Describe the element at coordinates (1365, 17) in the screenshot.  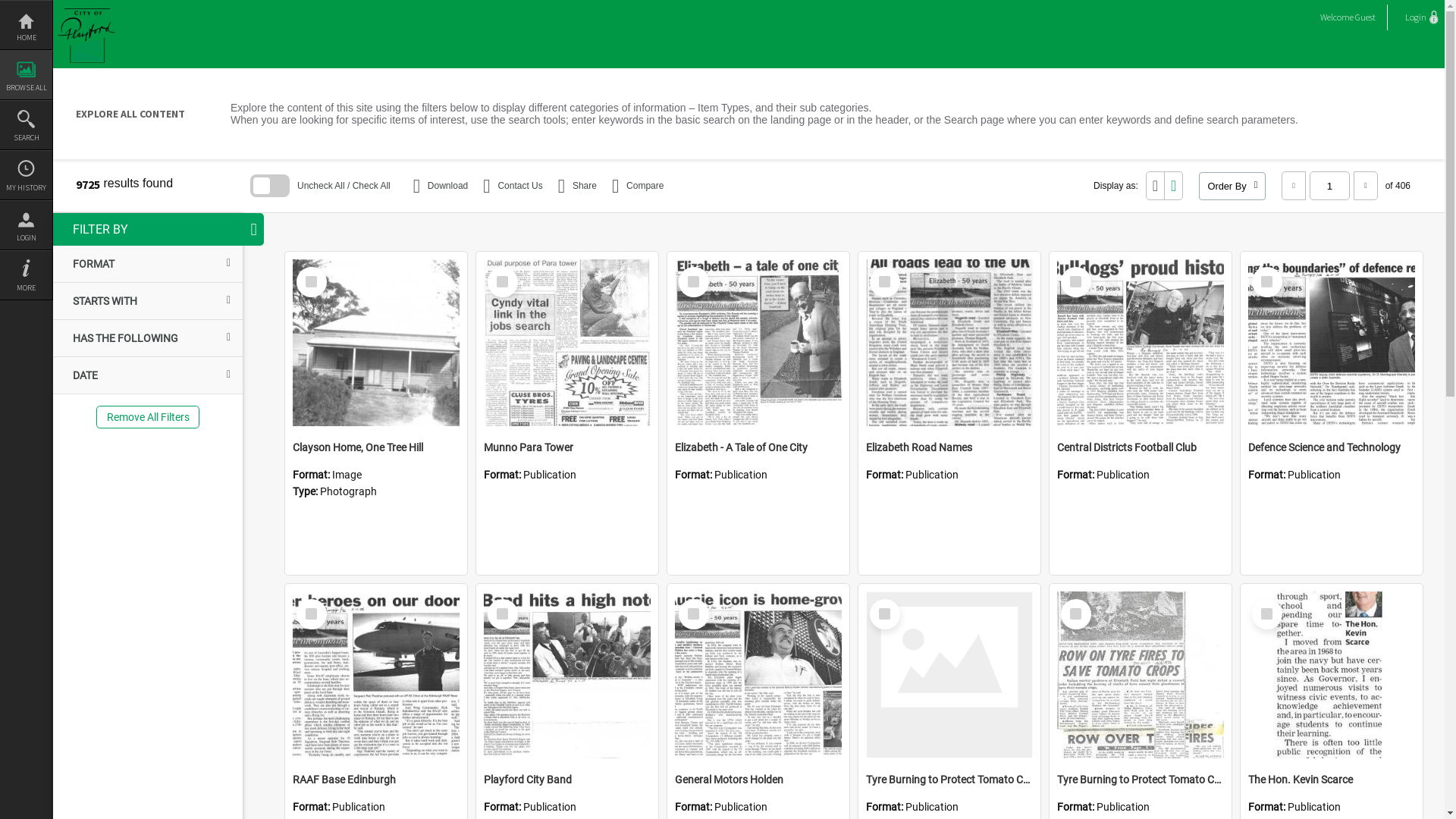
I see `'Guest'` at that location.